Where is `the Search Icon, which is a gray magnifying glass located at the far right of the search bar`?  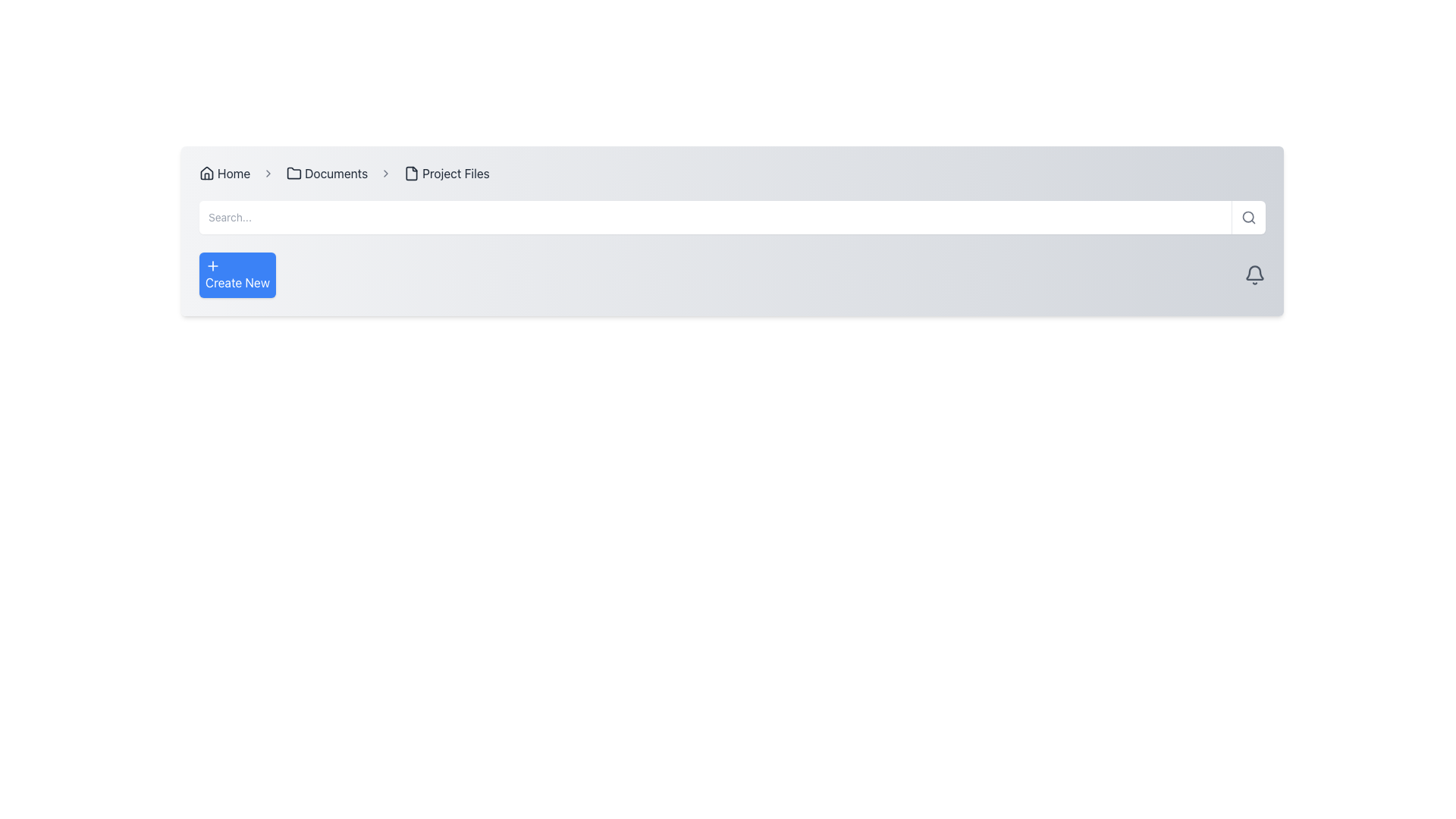
the Search Icon, which is a gray magnifying glass located at the far right of the search bar is located at coordinates (1248, 217).